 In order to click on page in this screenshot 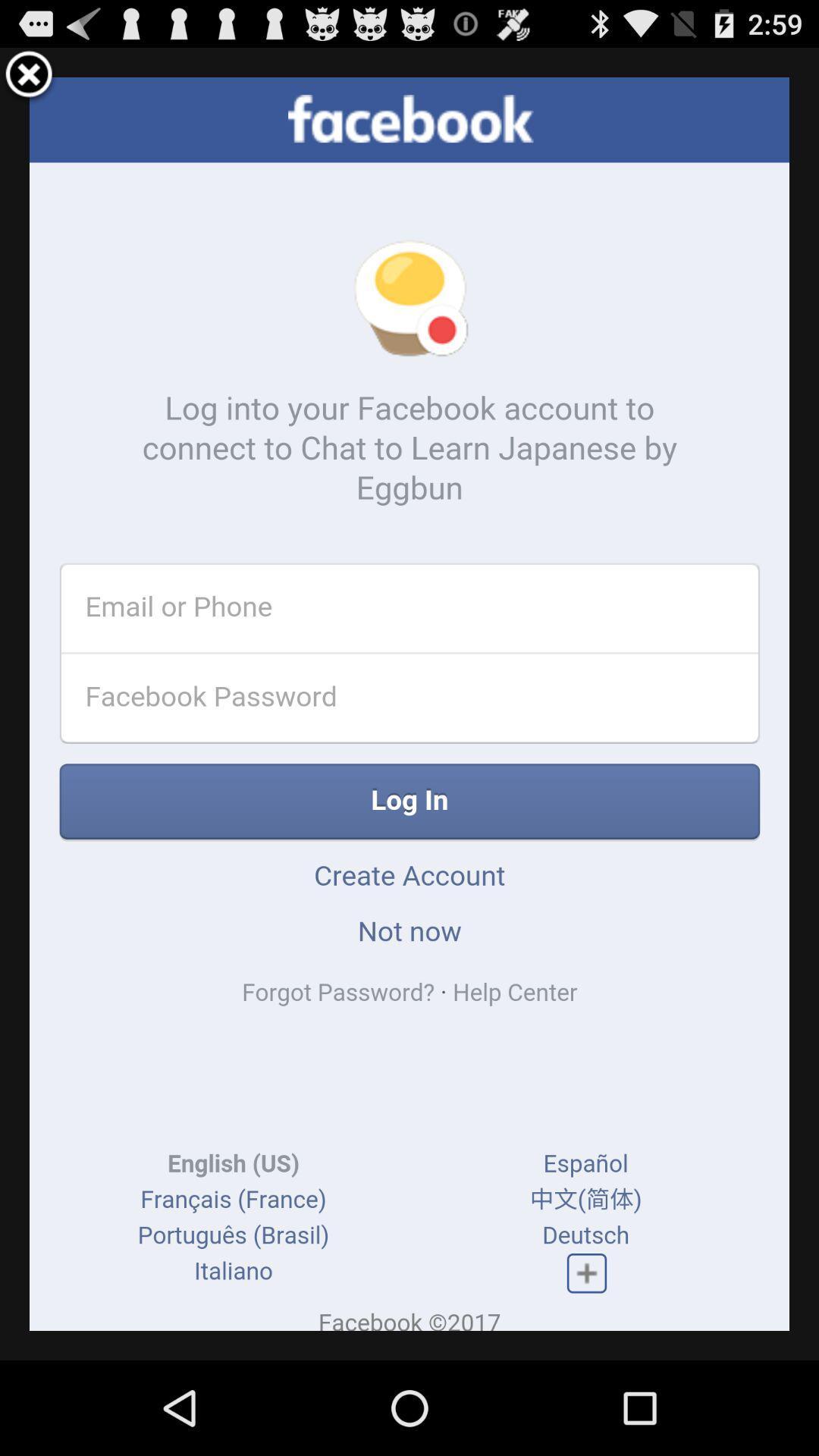, I will do `click(29, 76)`.